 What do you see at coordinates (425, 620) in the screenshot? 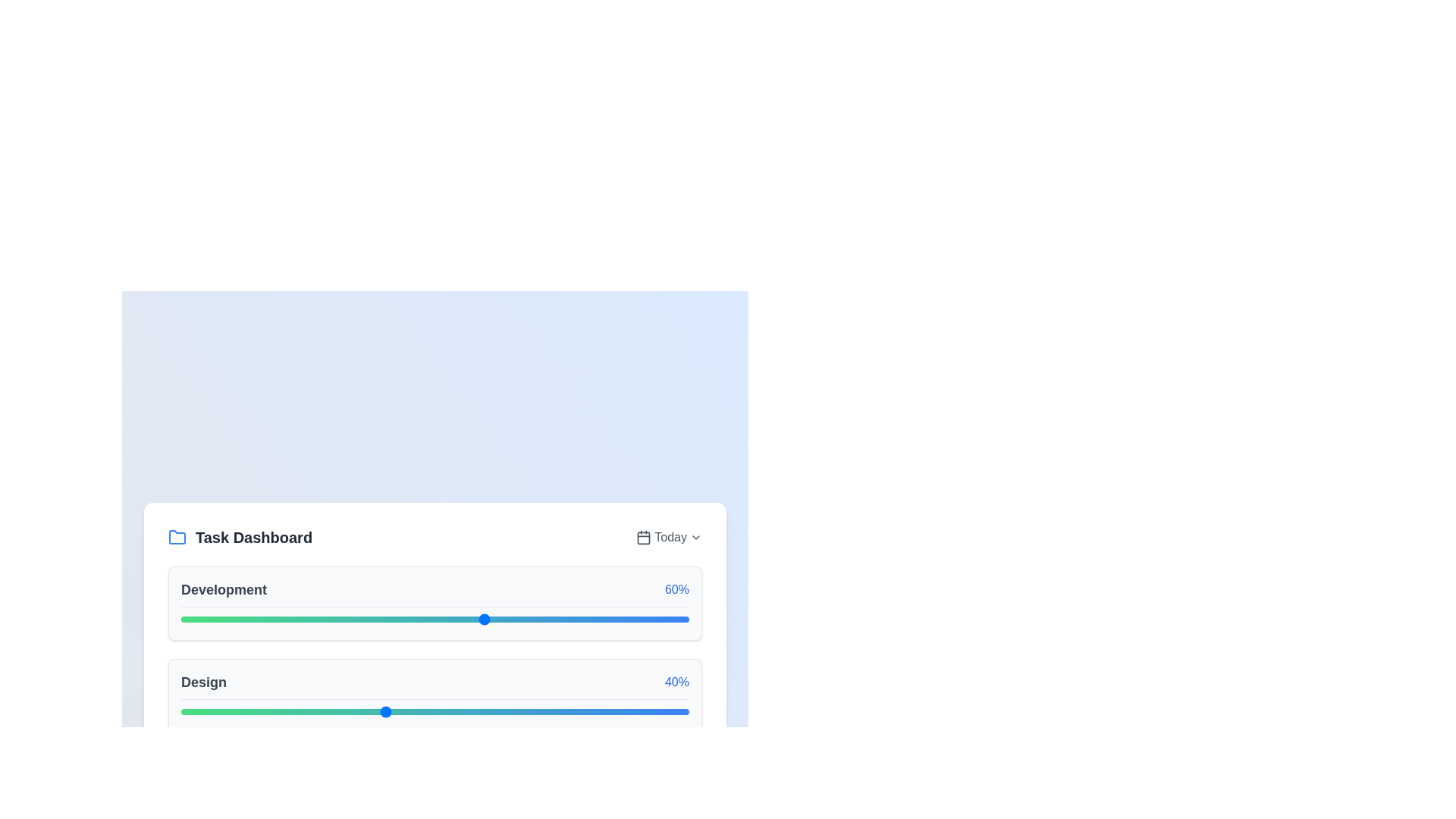
I see `the development progress` at bounding box center [425, 620].